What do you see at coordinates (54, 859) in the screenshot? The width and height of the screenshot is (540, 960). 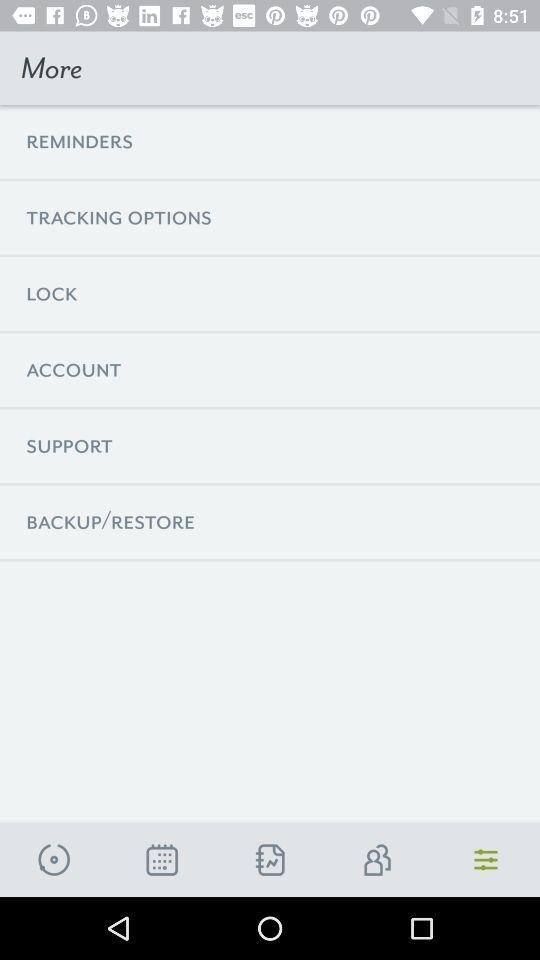 I see `the time icon` at bounding box center [54, 859].